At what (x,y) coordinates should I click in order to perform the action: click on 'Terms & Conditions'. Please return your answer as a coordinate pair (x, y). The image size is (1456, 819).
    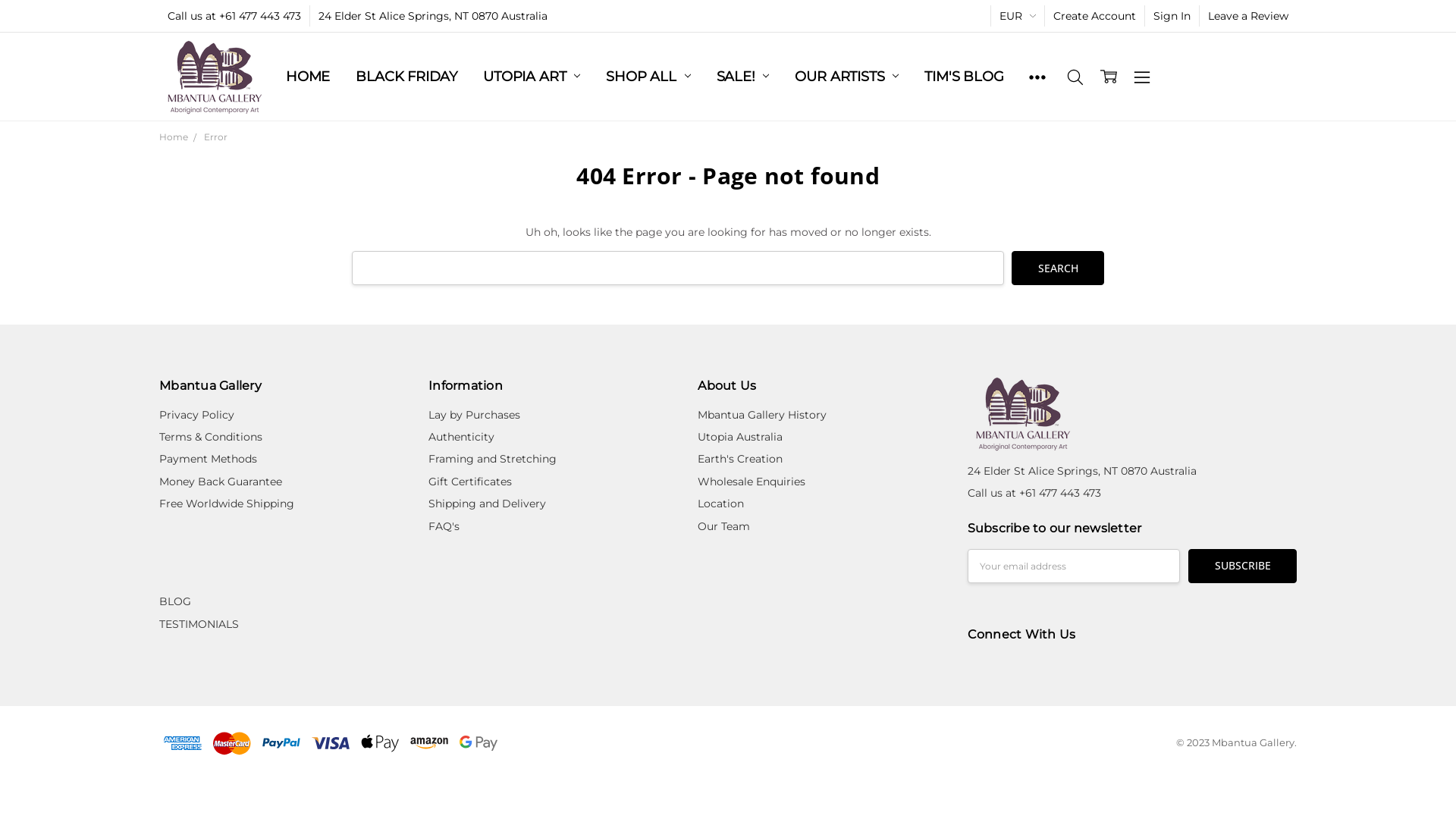
    Looking at the image, I should click on (210, 436).